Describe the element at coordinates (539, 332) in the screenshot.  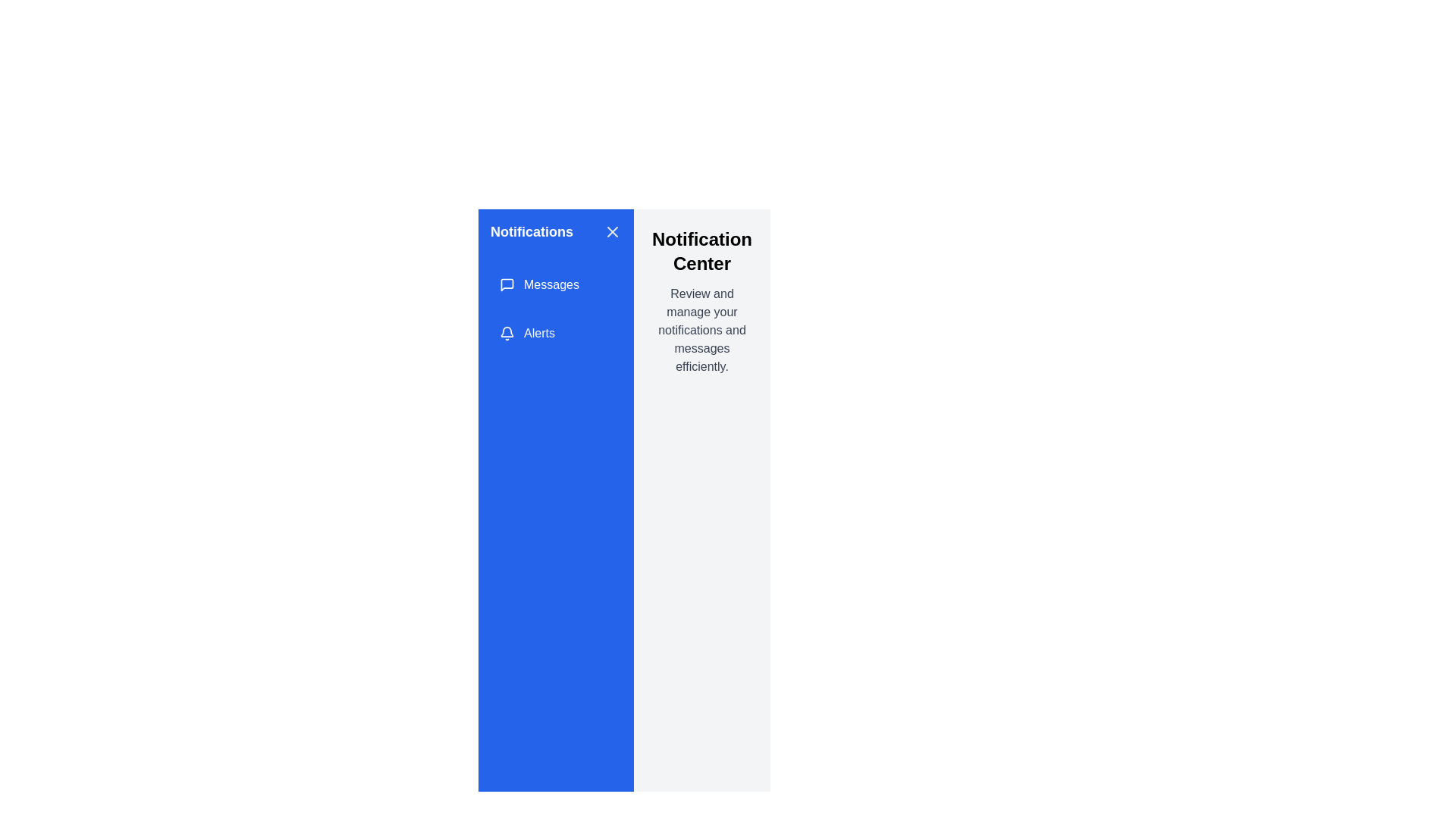
I see `the label for the alerts or notification section, located next to the bell icon in the blue sidebar, which is the second item in the list` at that location.